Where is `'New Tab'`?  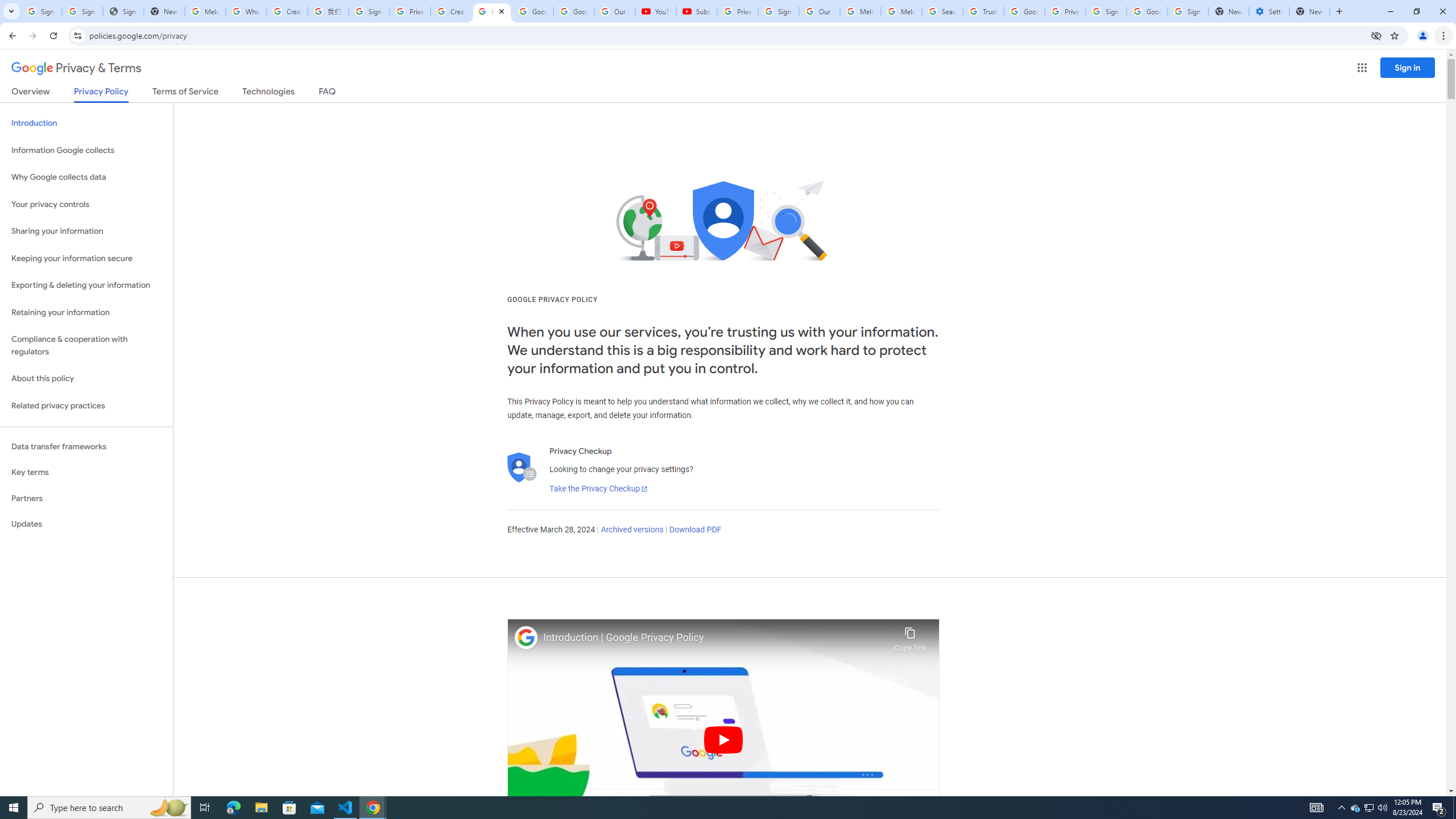 'New Tab' is located at coordinates (1309, 11).